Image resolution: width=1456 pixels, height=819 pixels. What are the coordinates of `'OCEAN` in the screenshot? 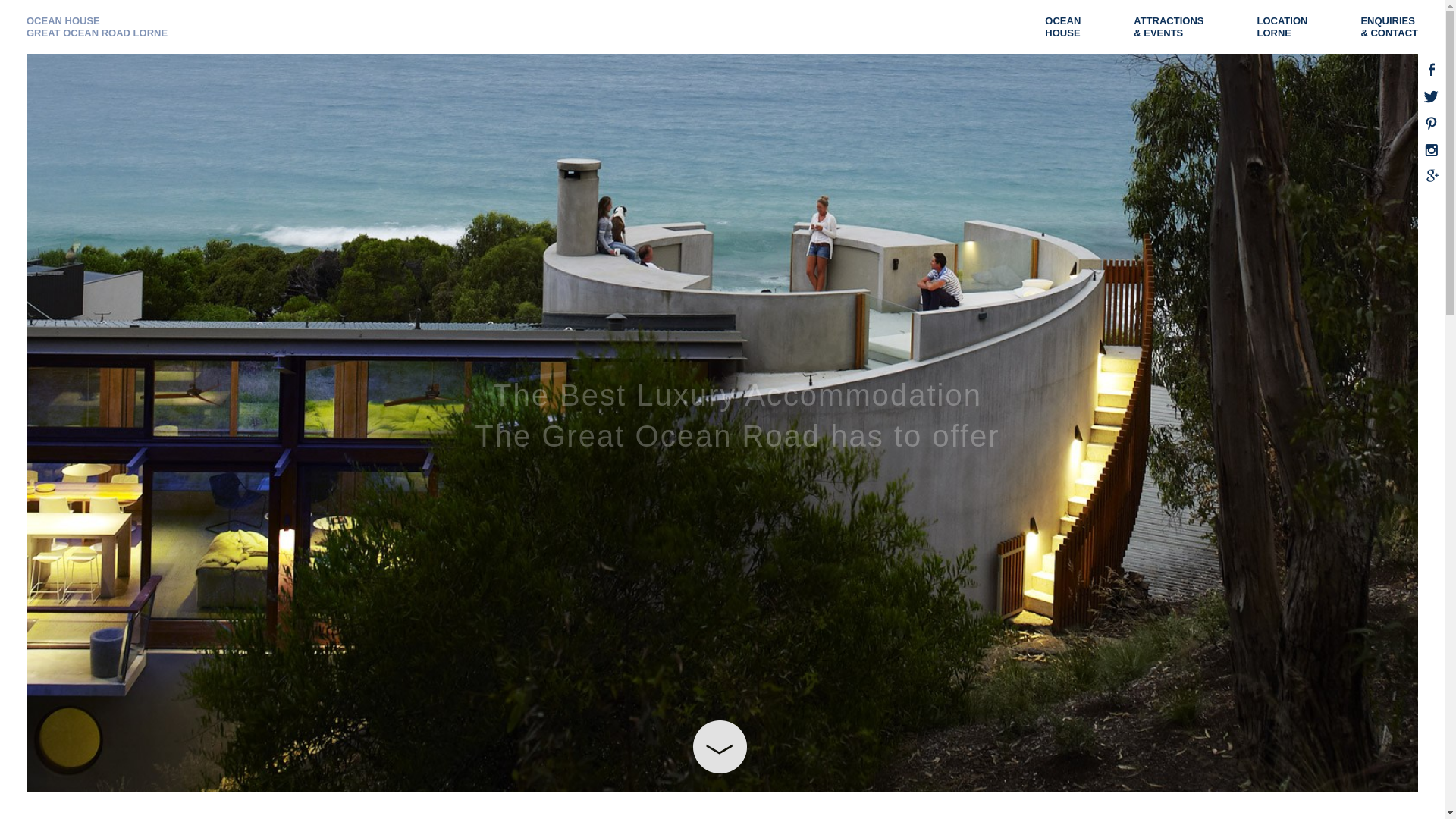 It's located at (1069, 27).